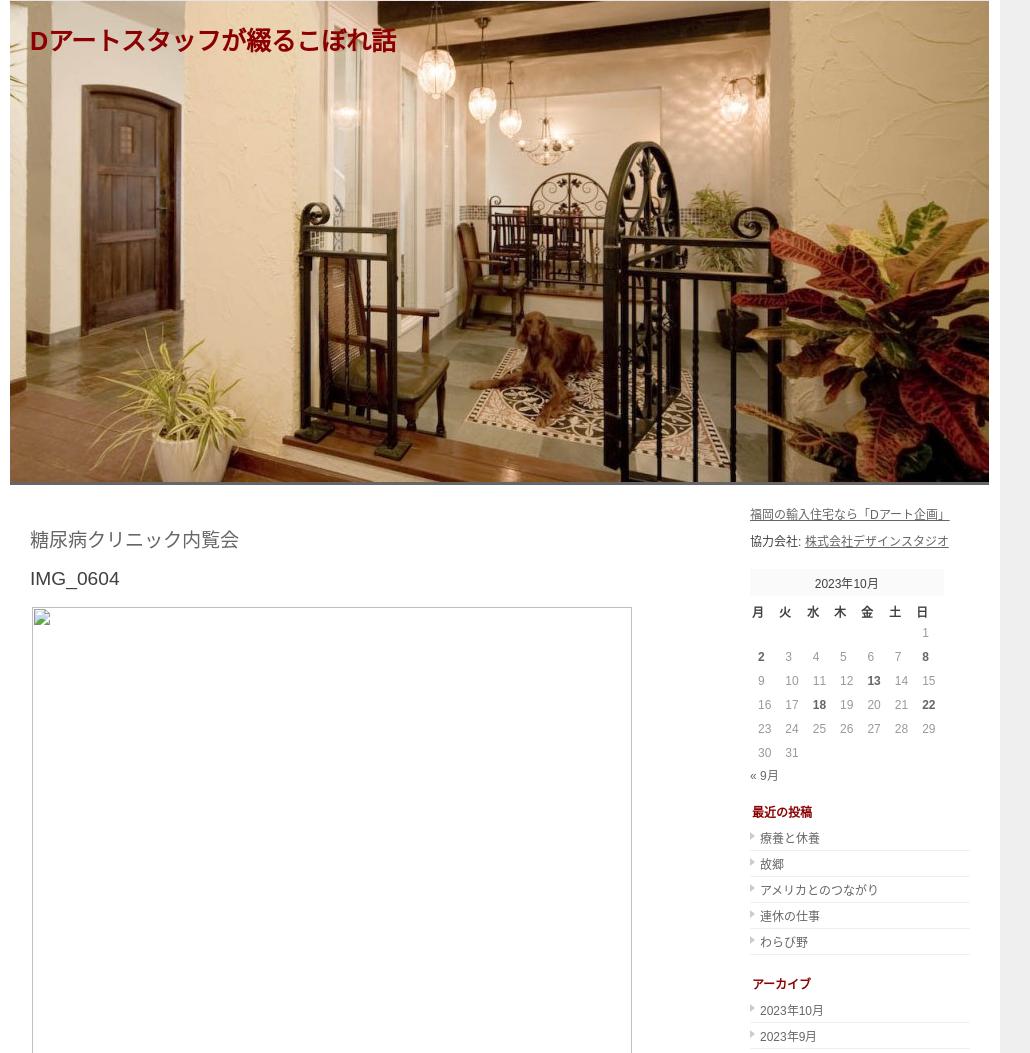 Image resolution: width=1030 pixels, height=1053 pixels. I want to click on '6', so click(870, 655).